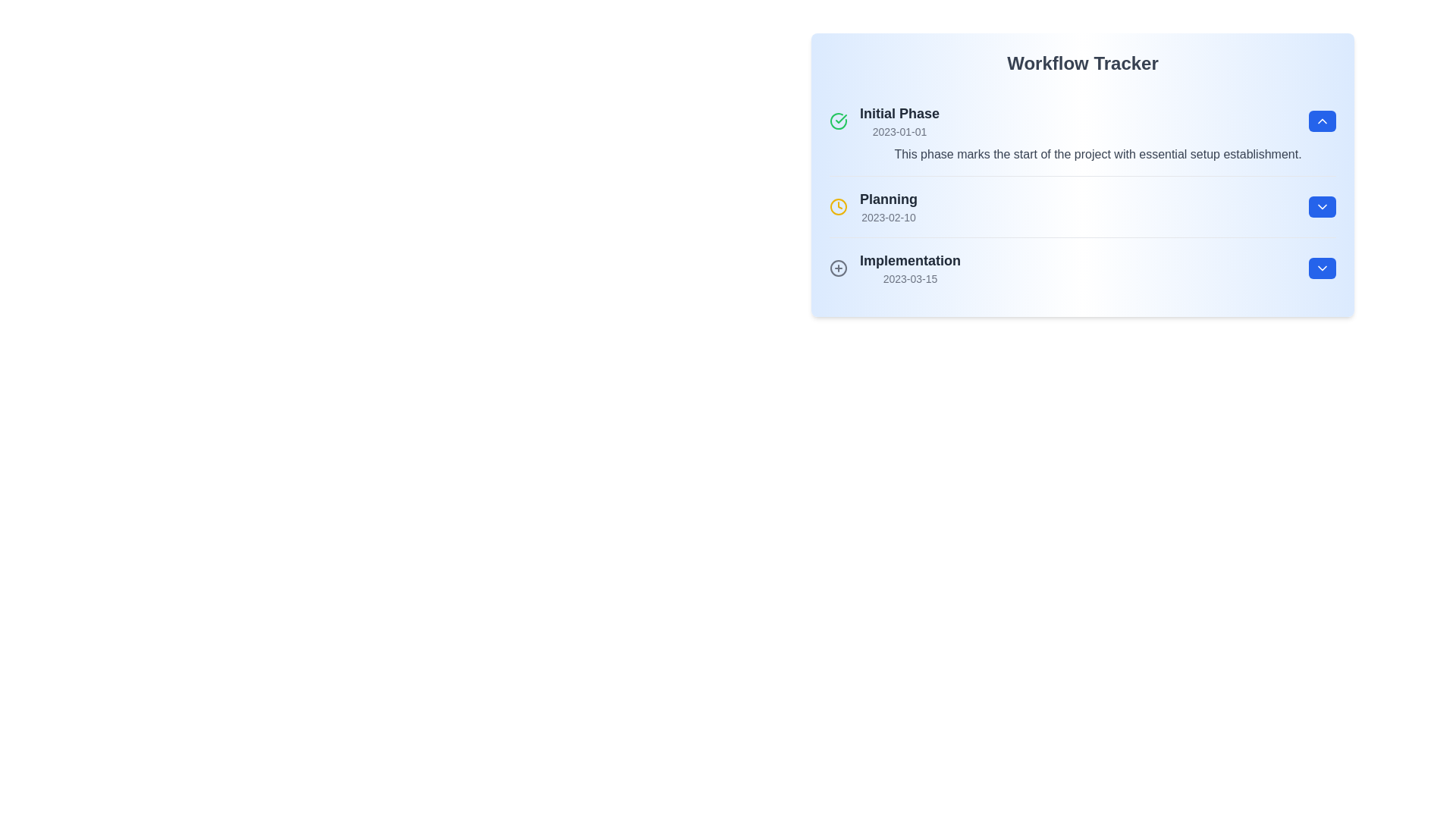 Image resolution: width=1456 pixels, height=819 pixels. I want to click on the 'Initial Phase' text label, which is a bold, dark gray component located at the top-left of the 'Workflow Tracker' list, so click(899, 113).